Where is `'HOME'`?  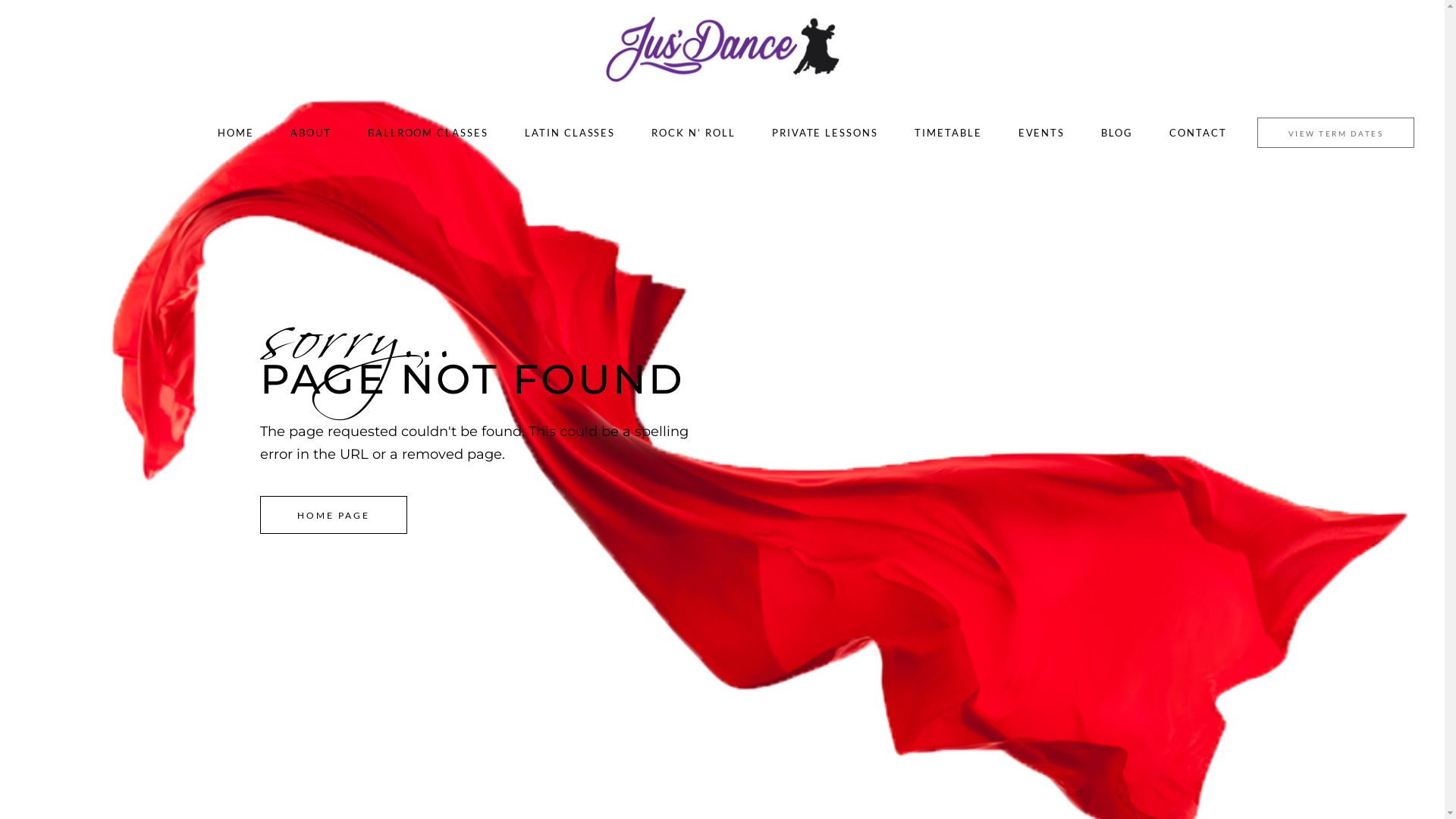 'HOME' is located at coordinates (235, 131).